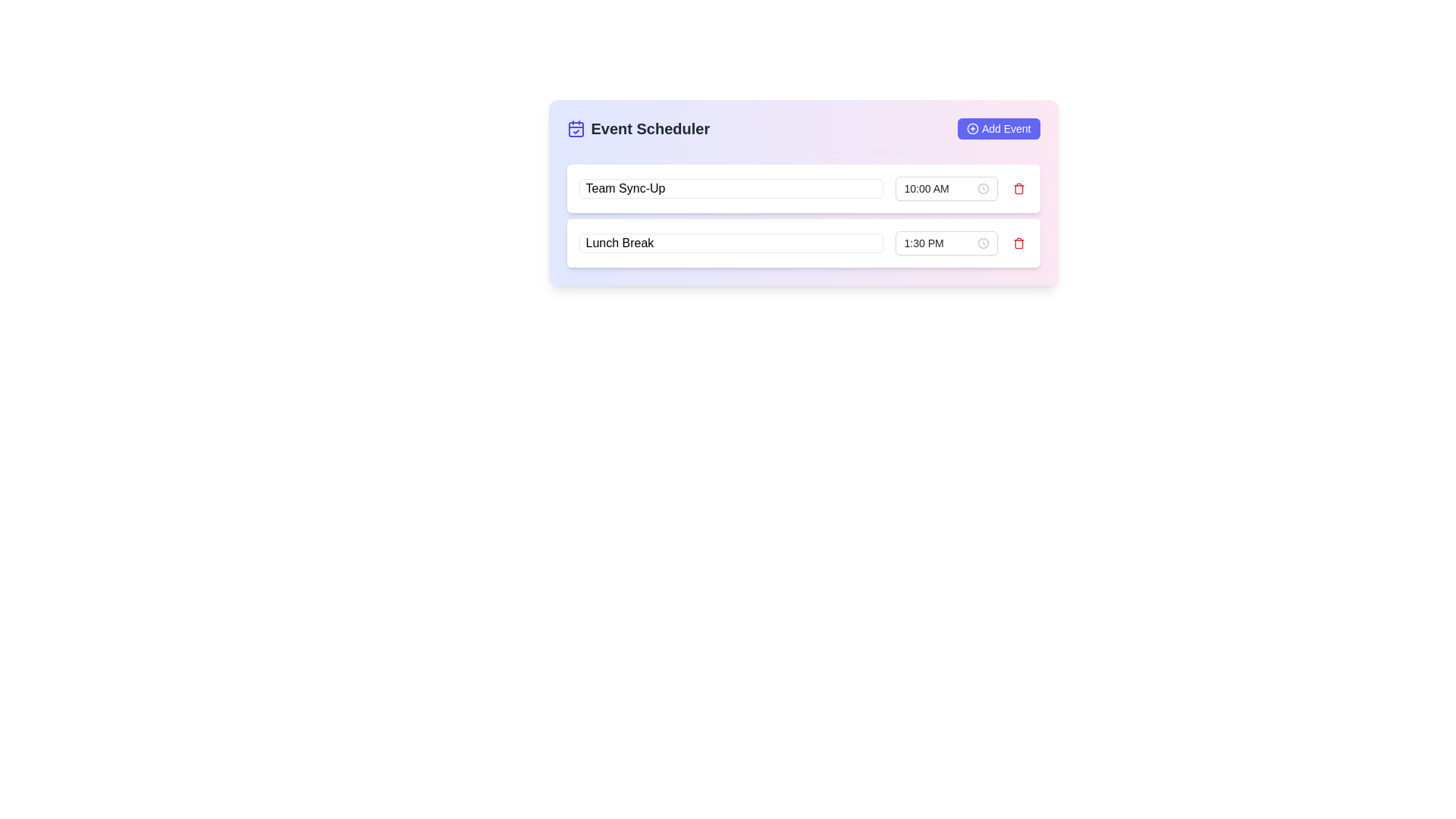 Image resolution: width=1456 pixels, height=819 pixels. What do you see at coordinates (938, 242) in the screenshot?
I see `the text input field displaying '1:30 PM'` at bounding box center [938, 242].